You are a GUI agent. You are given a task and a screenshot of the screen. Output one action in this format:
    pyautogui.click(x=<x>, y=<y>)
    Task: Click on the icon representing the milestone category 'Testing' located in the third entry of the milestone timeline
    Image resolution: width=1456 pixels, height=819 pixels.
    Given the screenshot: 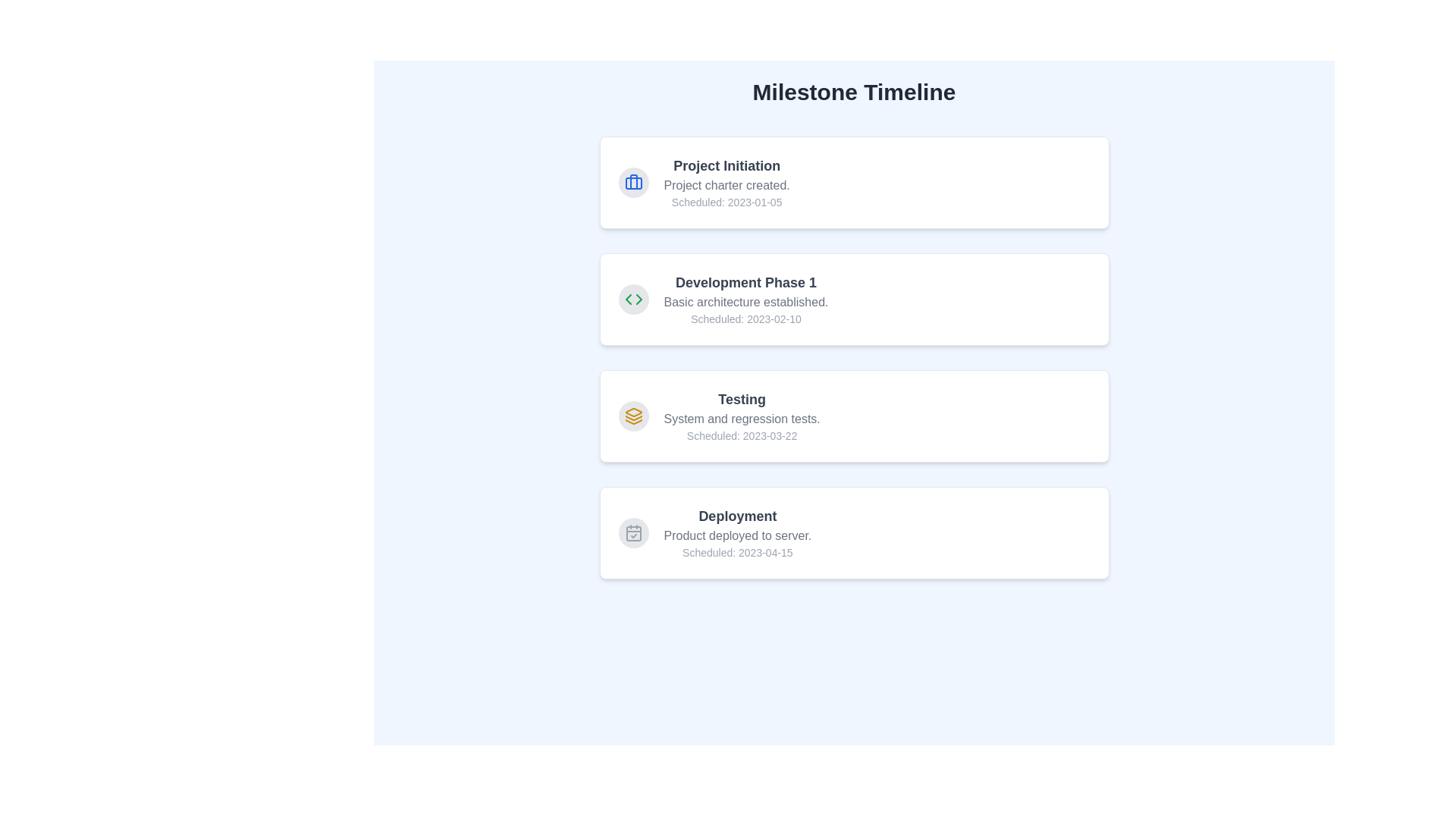 What is the action you would take?
    pyautogui.click(x=633, y=416)
    